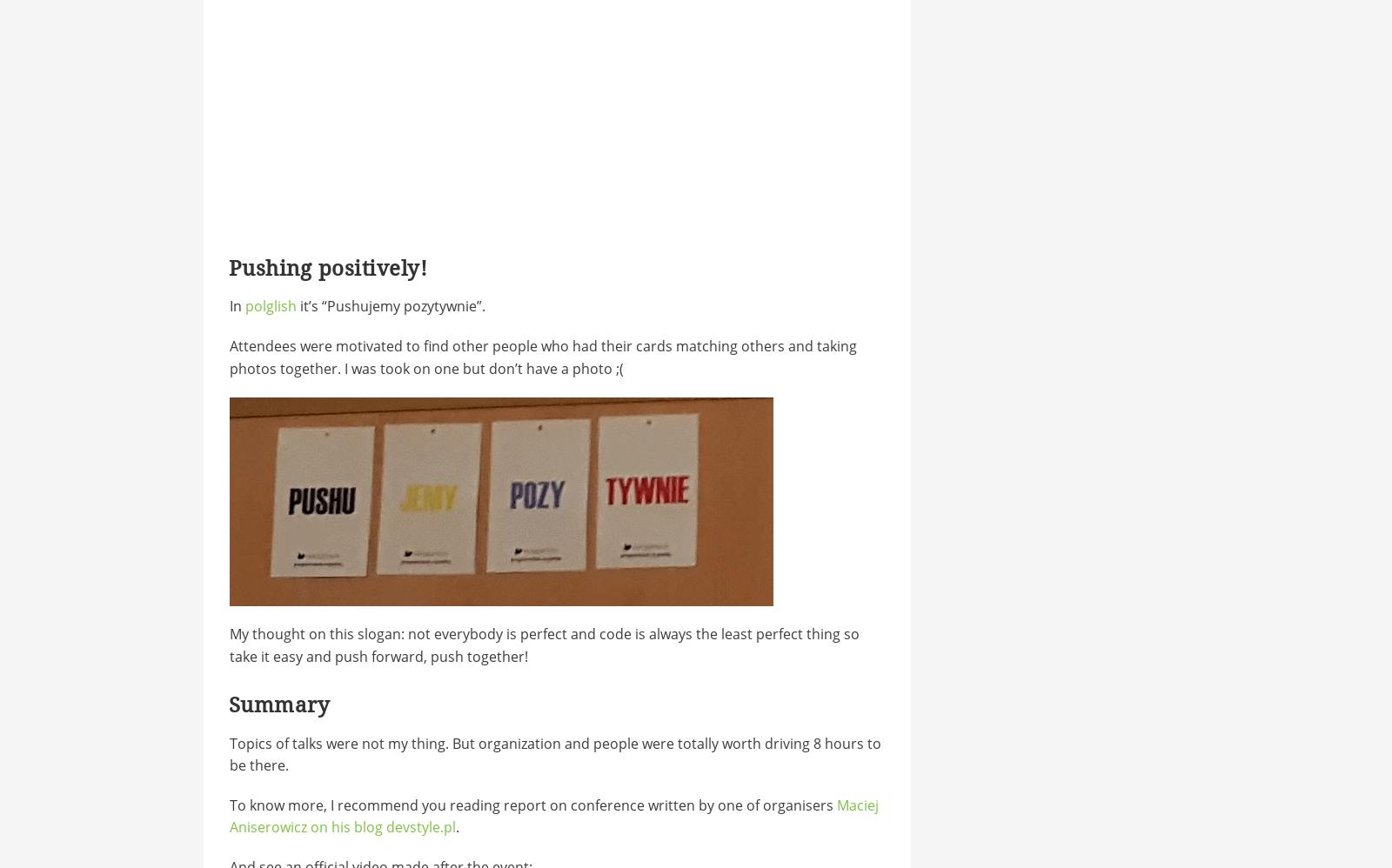  I want to click on 'Maciej Aniserowicz on his blog devstyle.pl', so click(229, 816).